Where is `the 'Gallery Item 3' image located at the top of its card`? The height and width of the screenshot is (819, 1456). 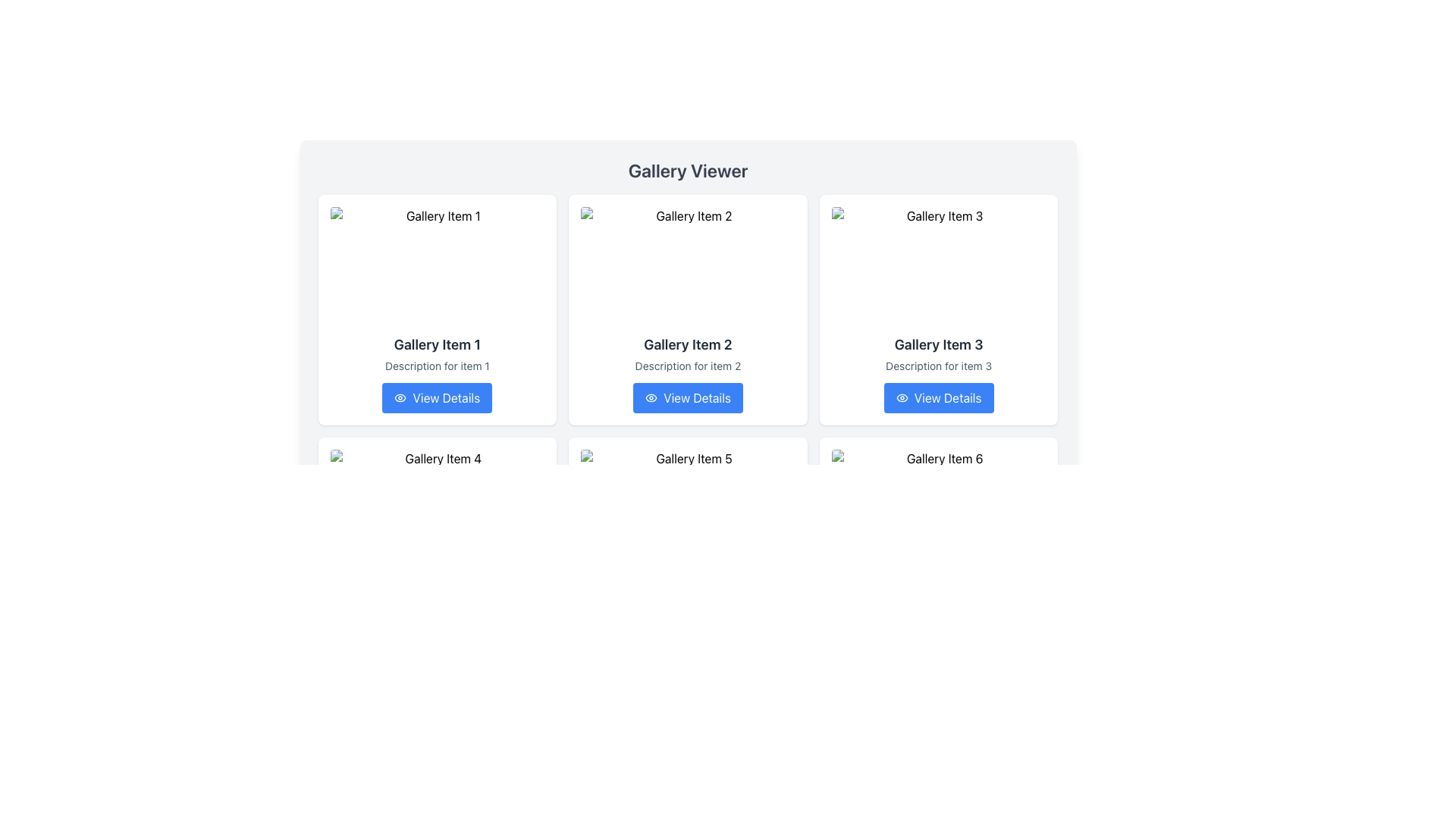 the 'Gallery Item 3' image located at the top of its card is located at coordinates (938, 267).